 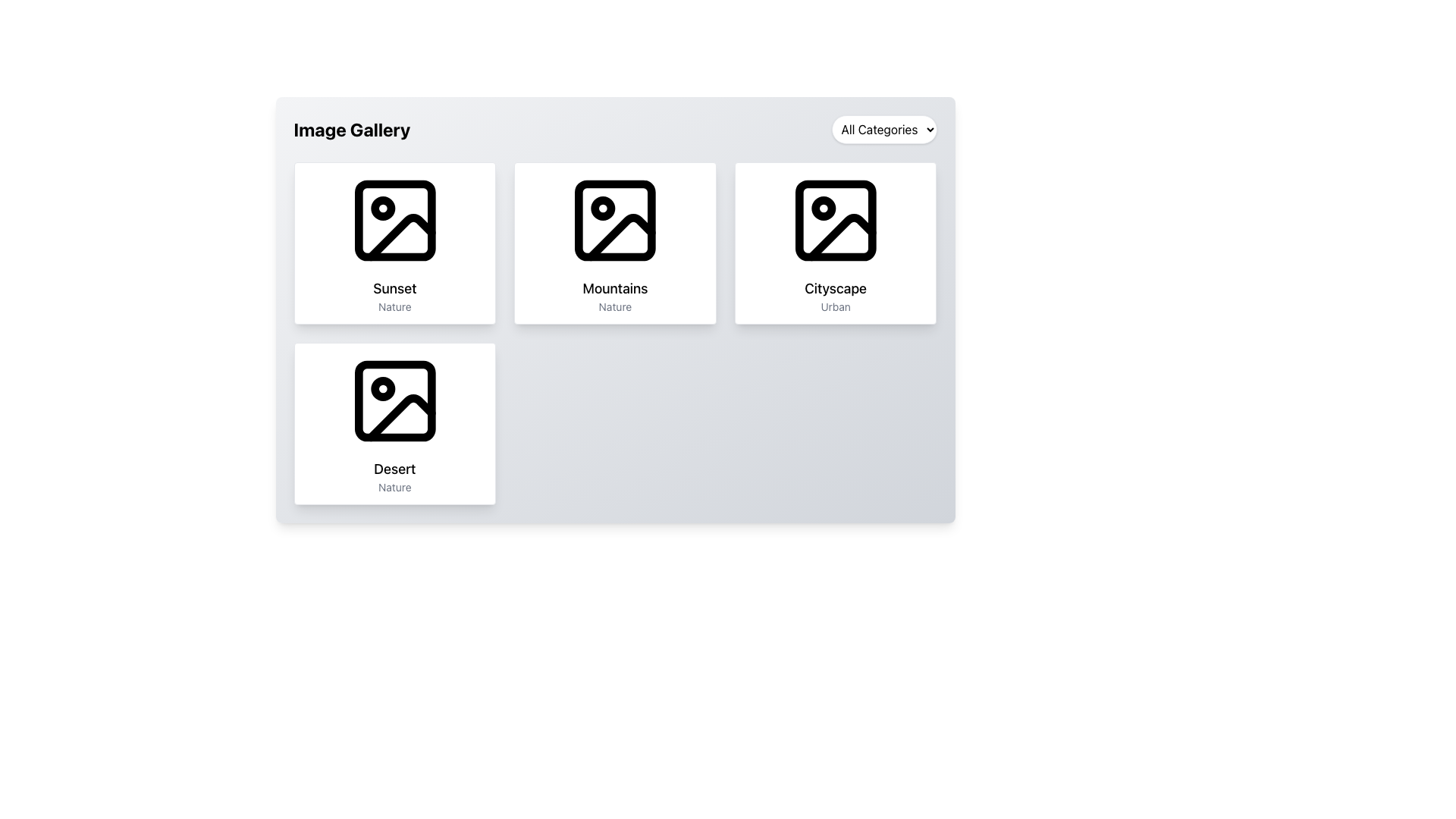 What do you see at coordinates (615, 220) in the screenshot?
I see `the SVG icon representing an image placeholder, which is located in the card labeled 'Mountains' and 'Nature'` at bounding box center [615, 220].